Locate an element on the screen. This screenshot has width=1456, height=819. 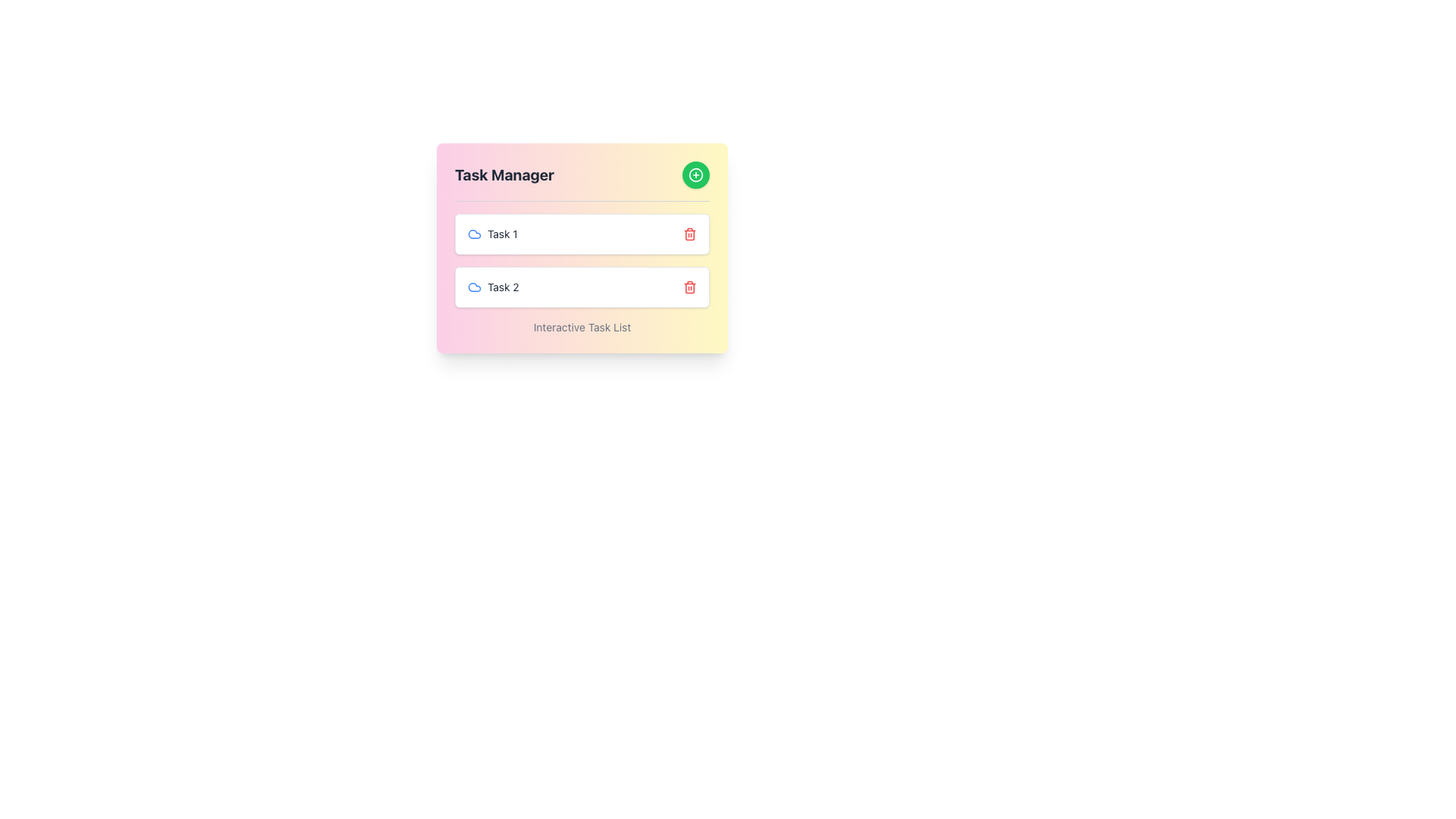
the red trash bin icon button representing the delete action for 'Task 2' in the 'Task Manager' panel is located at coordinates (689, 287).